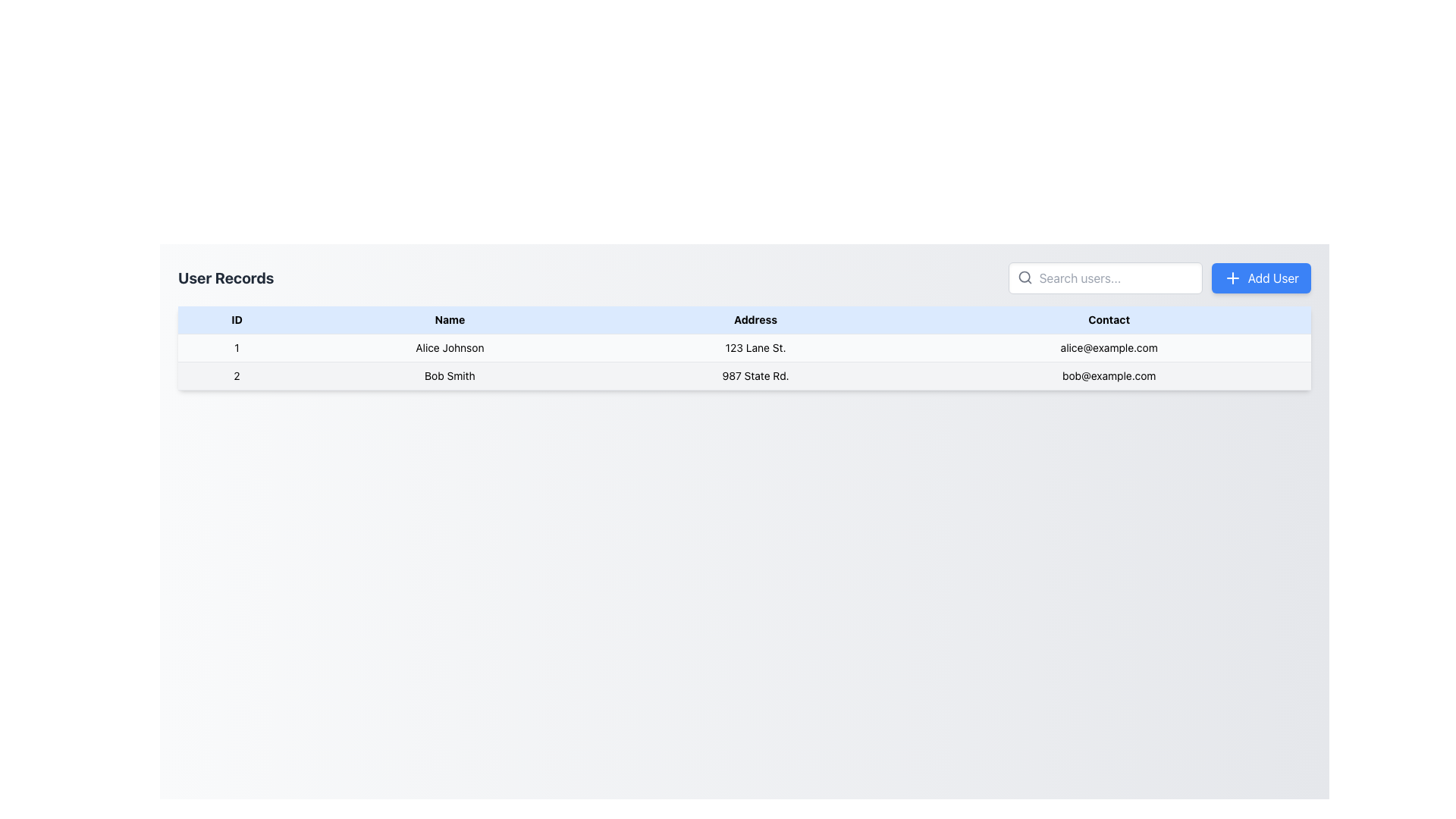 Image resolution: width=1456 pixels, height=819 pixels. I want to click on the first table row displaying user records, so click(745, 348).